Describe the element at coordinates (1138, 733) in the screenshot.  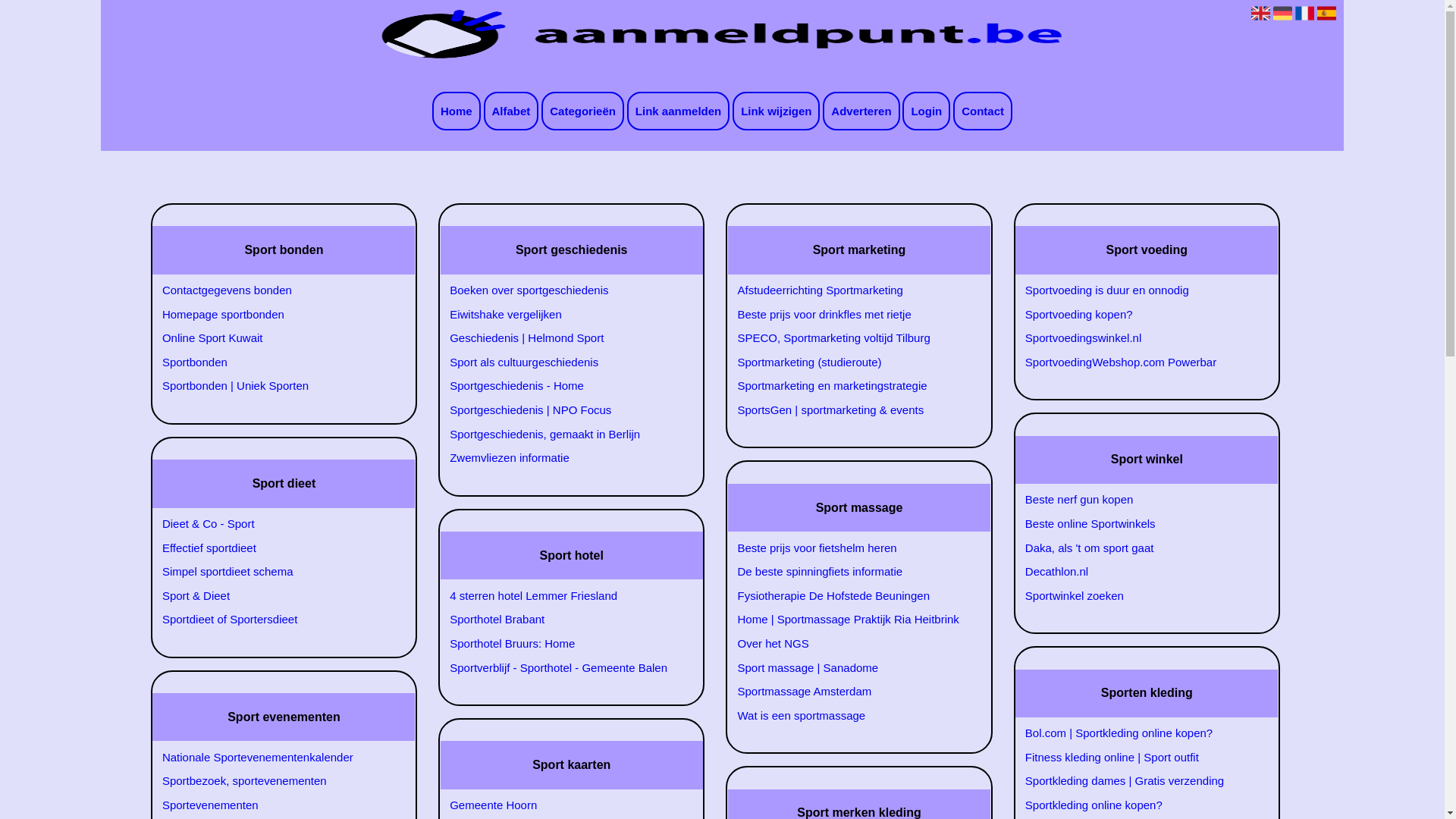
I see `'Bol.com | Sportkleding online kopen?'` at that location.